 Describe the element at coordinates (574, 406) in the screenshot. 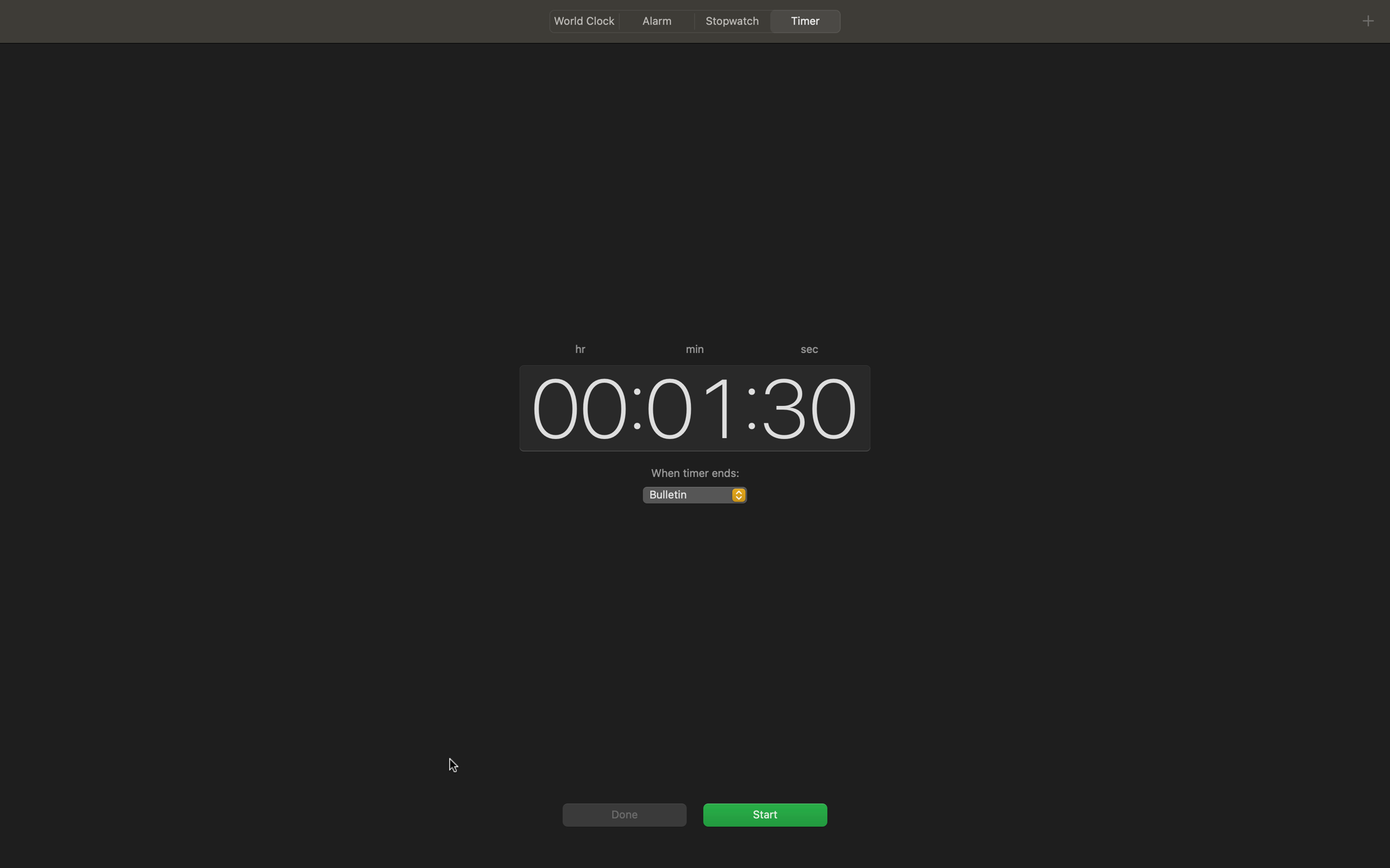

I see `Increase hours by 1` at that location.